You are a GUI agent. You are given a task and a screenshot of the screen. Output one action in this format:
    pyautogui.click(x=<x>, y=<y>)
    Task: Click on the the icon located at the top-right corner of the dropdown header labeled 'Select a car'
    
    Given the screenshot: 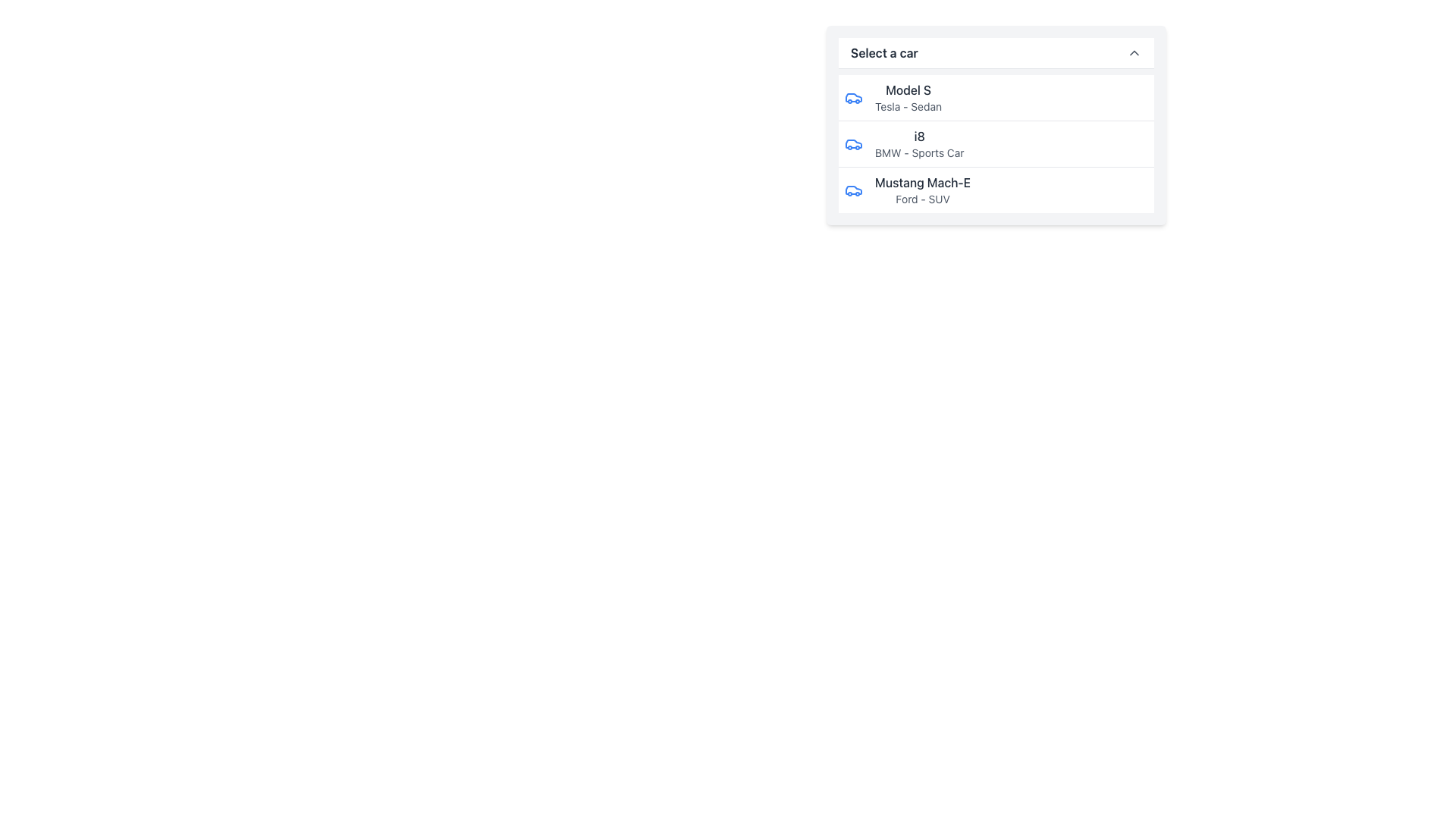 What is the action you would take?
    pyautogui.click(x=1134, y=52)
    